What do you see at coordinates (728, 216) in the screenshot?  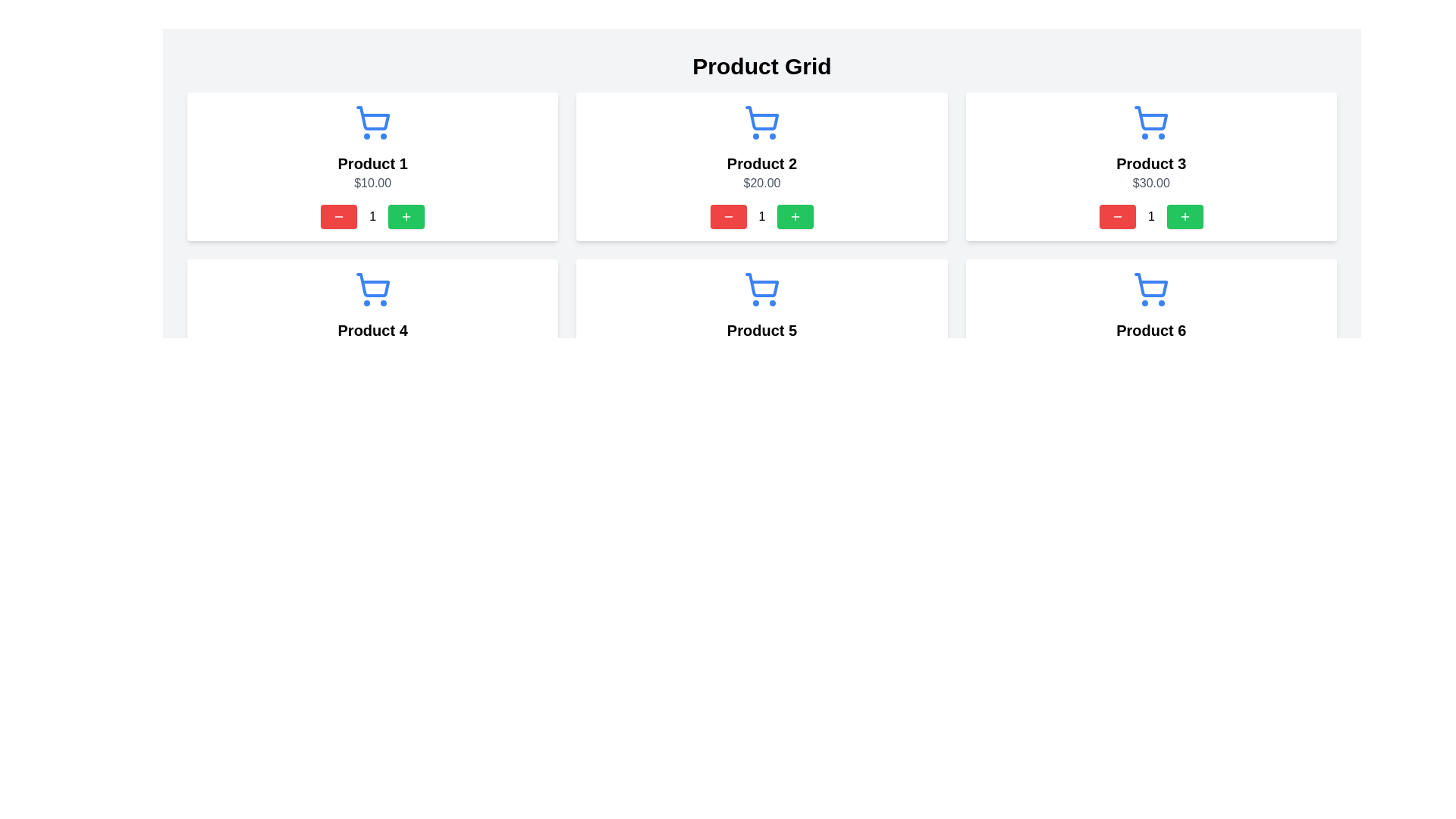 I see `the red button to decrease the quantity of the product in the 'Product 2' card` at bounding box center [728, 216].